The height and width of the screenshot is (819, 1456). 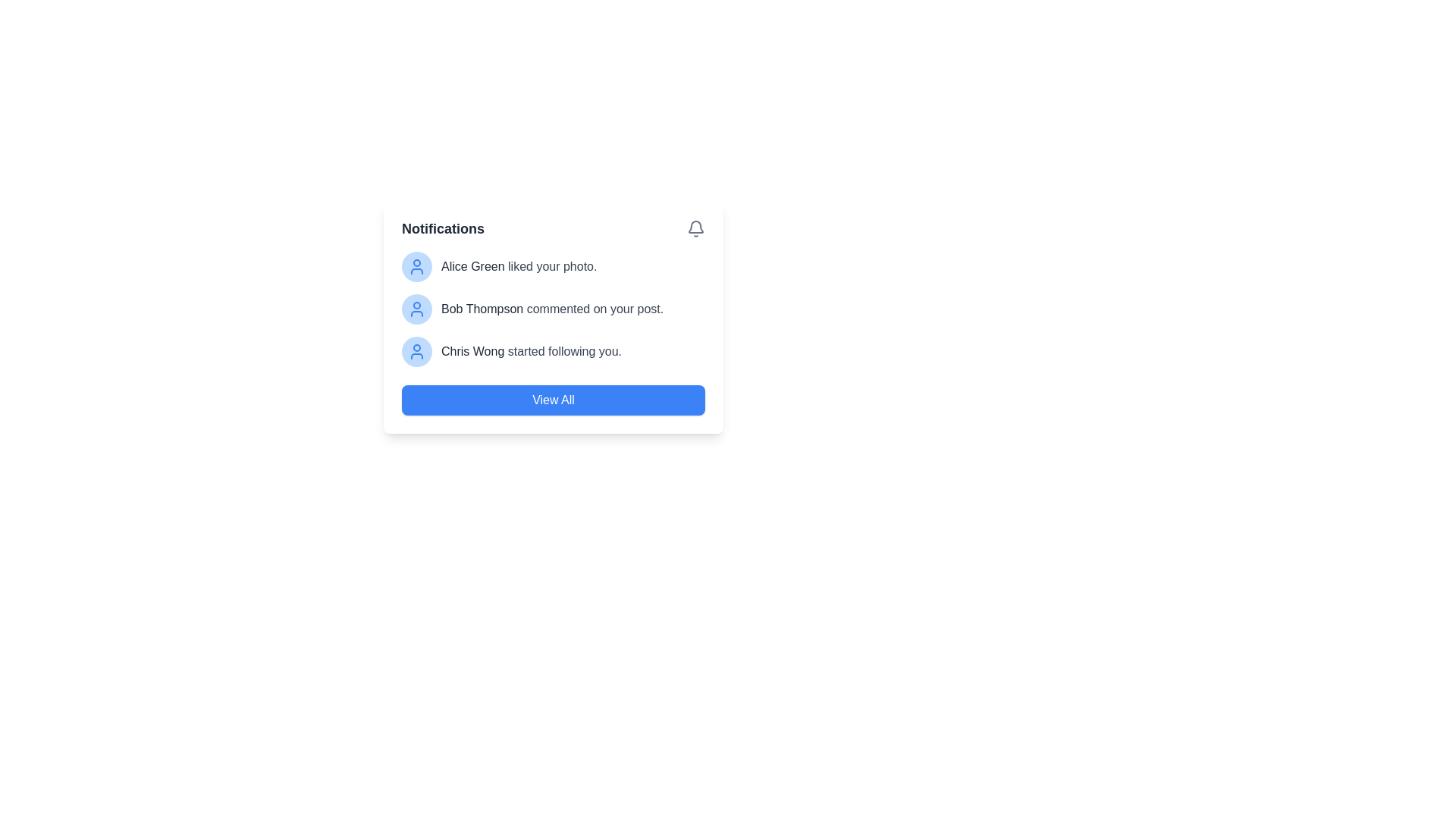 I want to click on the text label that informs the user 'Chris Wong started following you.' This label is located in the third row of the notification list, between 'Bob Thompson commented on your post.' and the 'View All' button, so click(x=531, y=351).